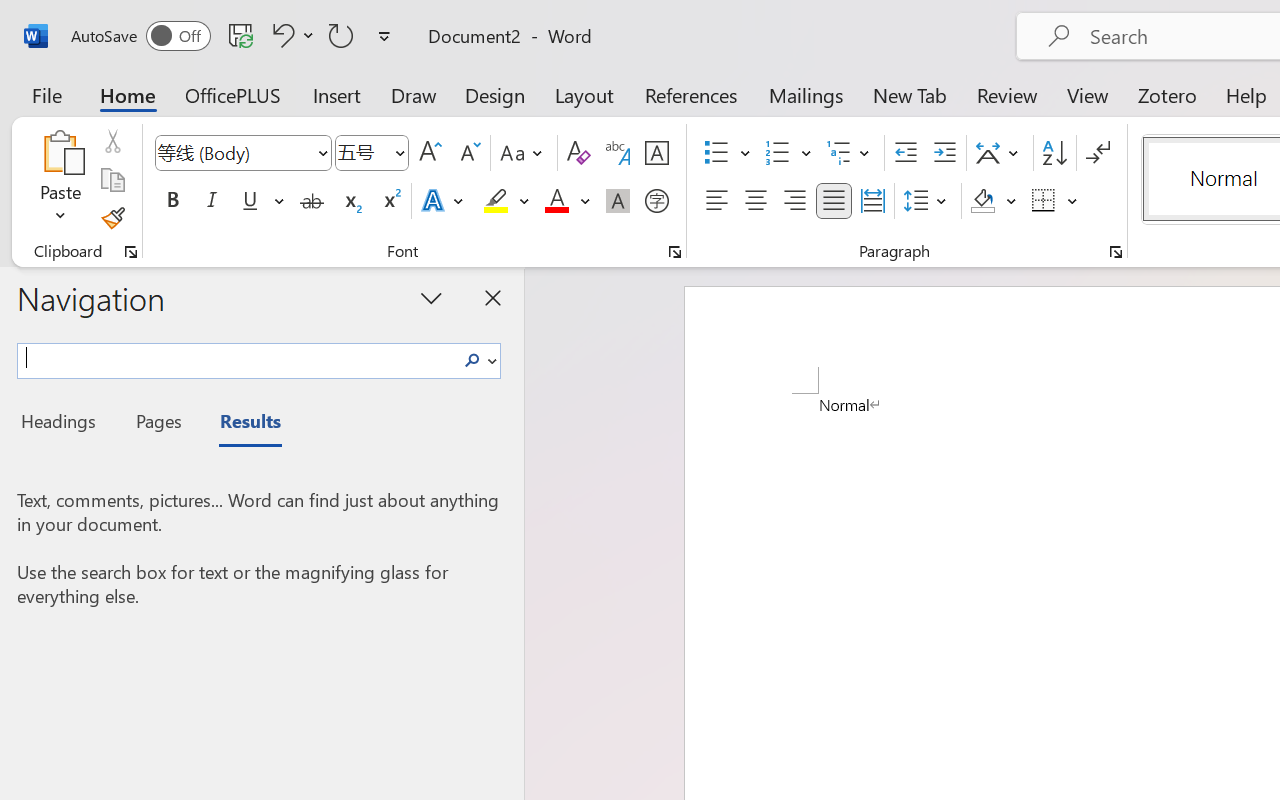  I want to click on 'Multilevel List', so click(850, 153).